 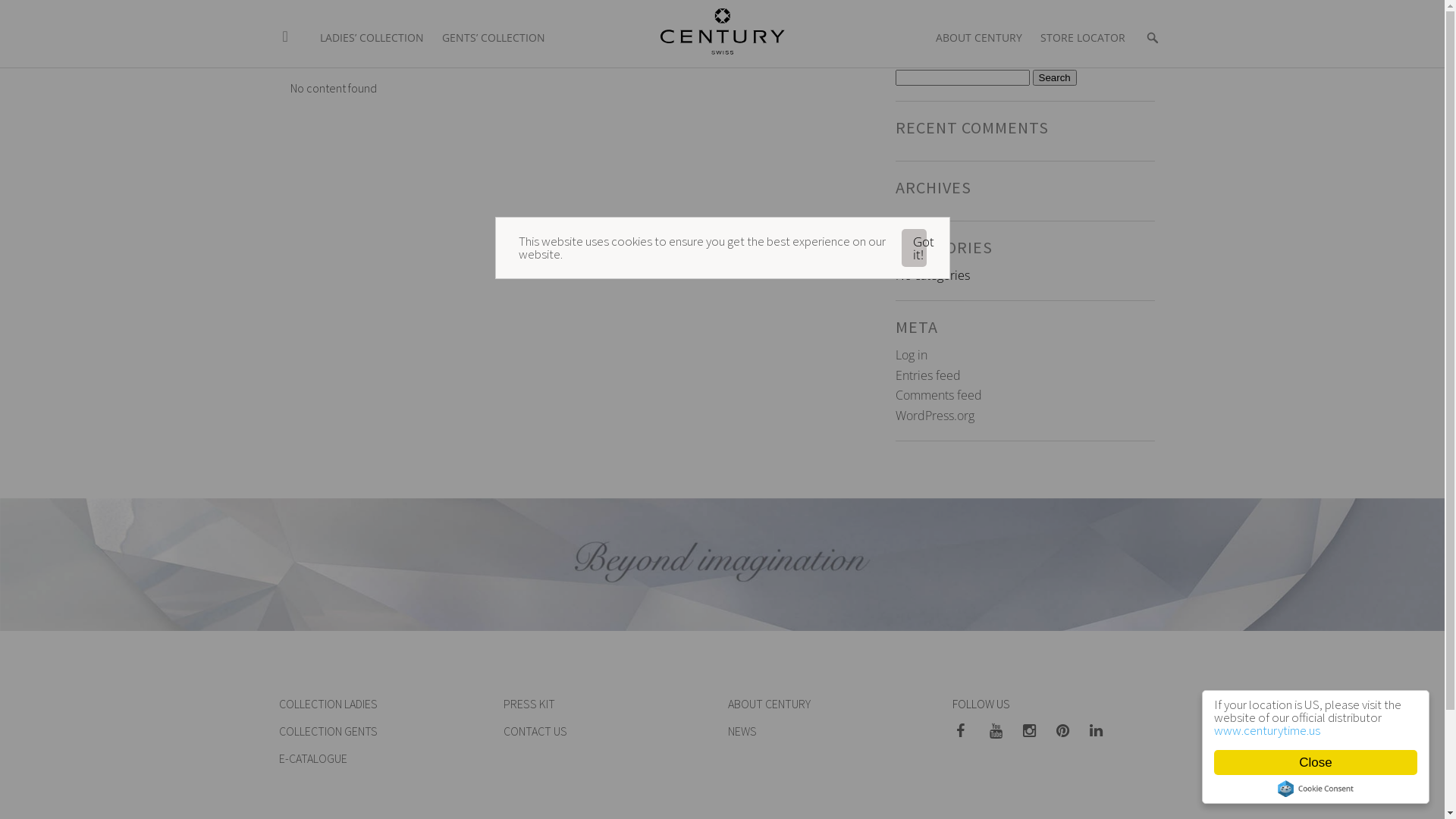 I want to click on 'NEWS', so click(x=742, y=730).